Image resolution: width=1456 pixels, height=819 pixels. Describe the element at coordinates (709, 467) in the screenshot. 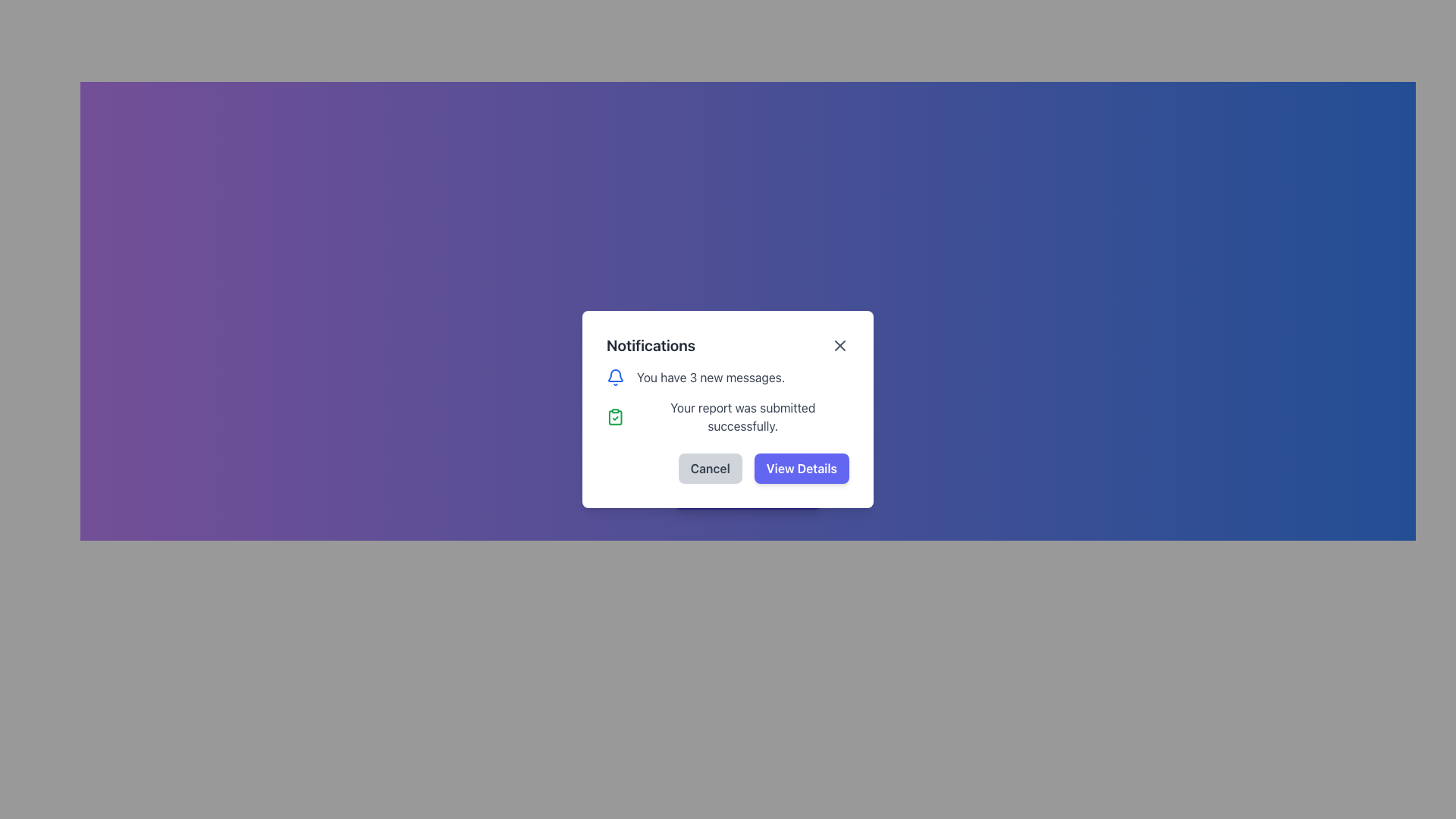

I see `the 'Cancel' button` at that location.